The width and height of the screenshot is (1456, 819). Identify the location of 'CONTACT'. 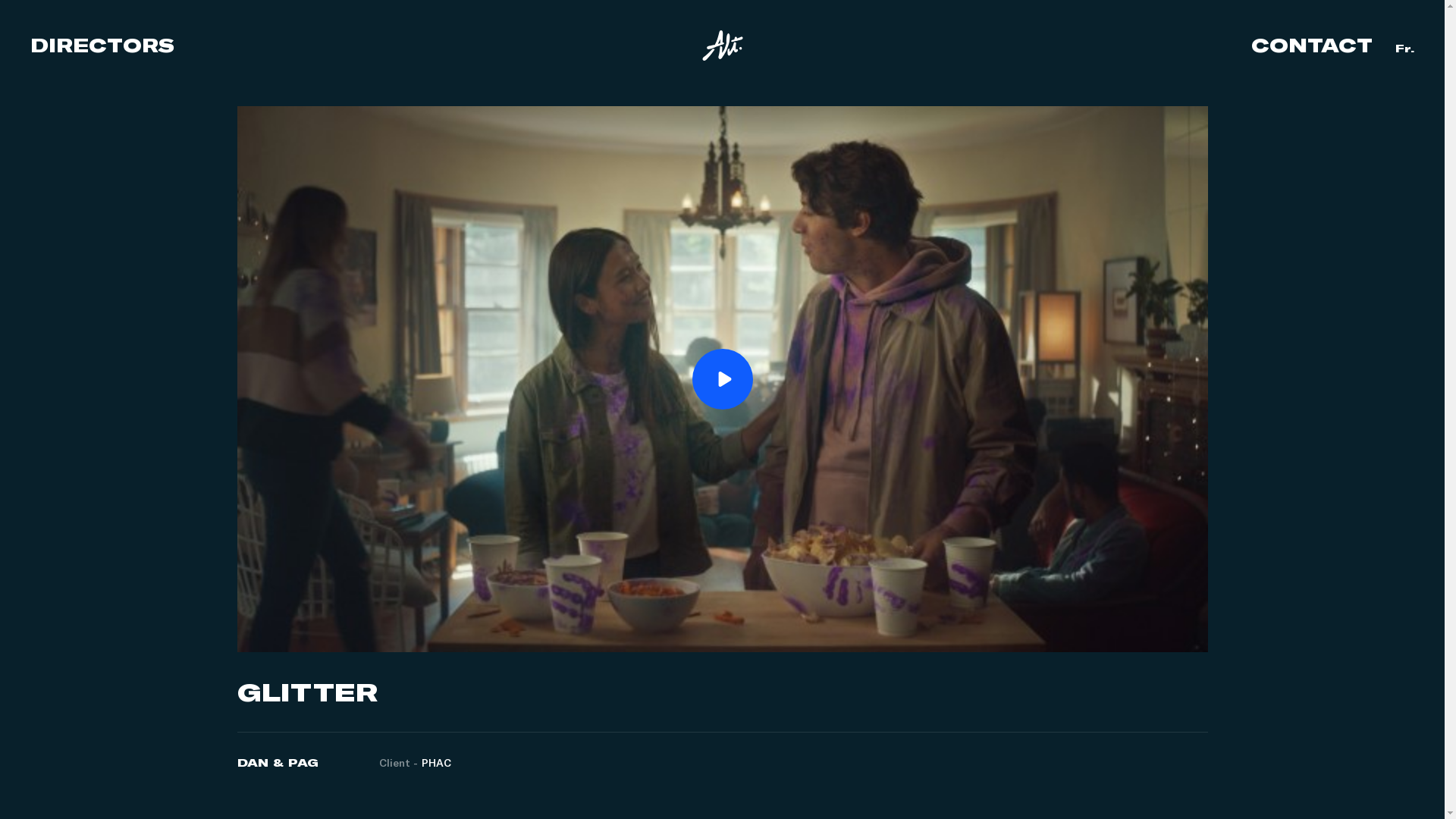
(1310, 45).